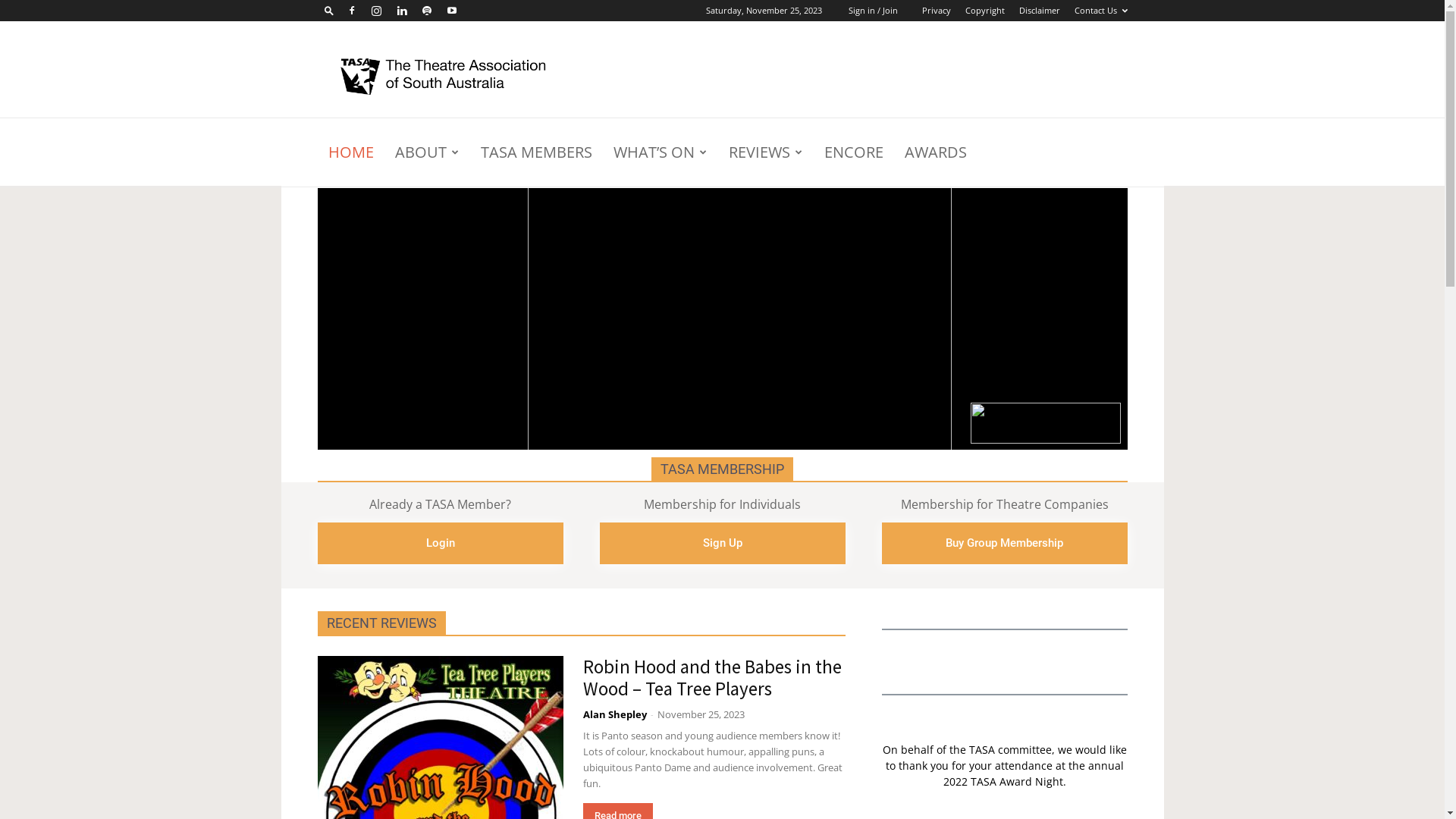  What do you see at coordinates (350, 11) in the screenshot?
I see `'Facebook'` at bounding box center [350, 11].